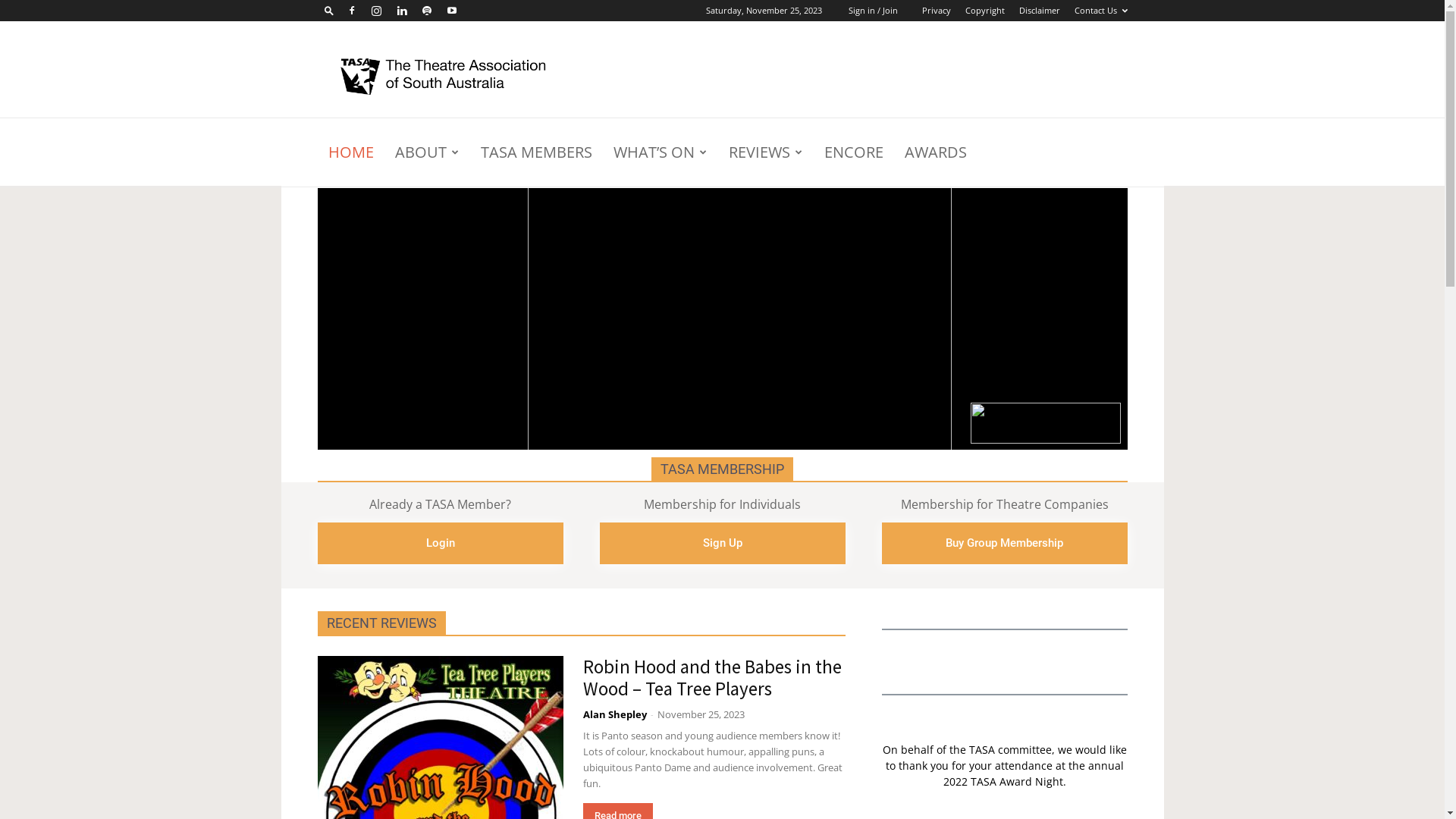  What do you see at coordinates (350, 11) in the screenshot?
I see `'Facebook'` at bounding box center [350, 11].